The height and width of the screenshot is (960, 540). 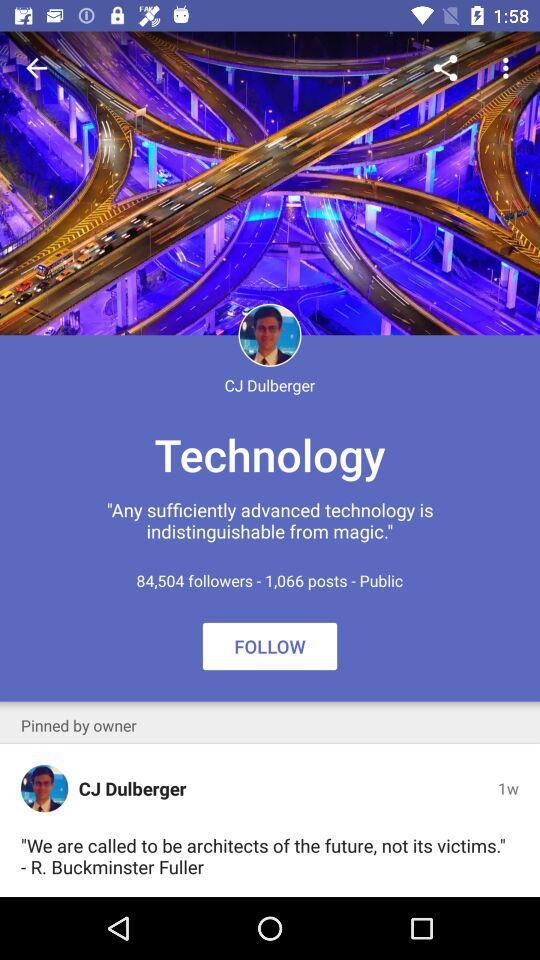 I want to click on icon below the 84 504 followers, so click(x=77, y=724).